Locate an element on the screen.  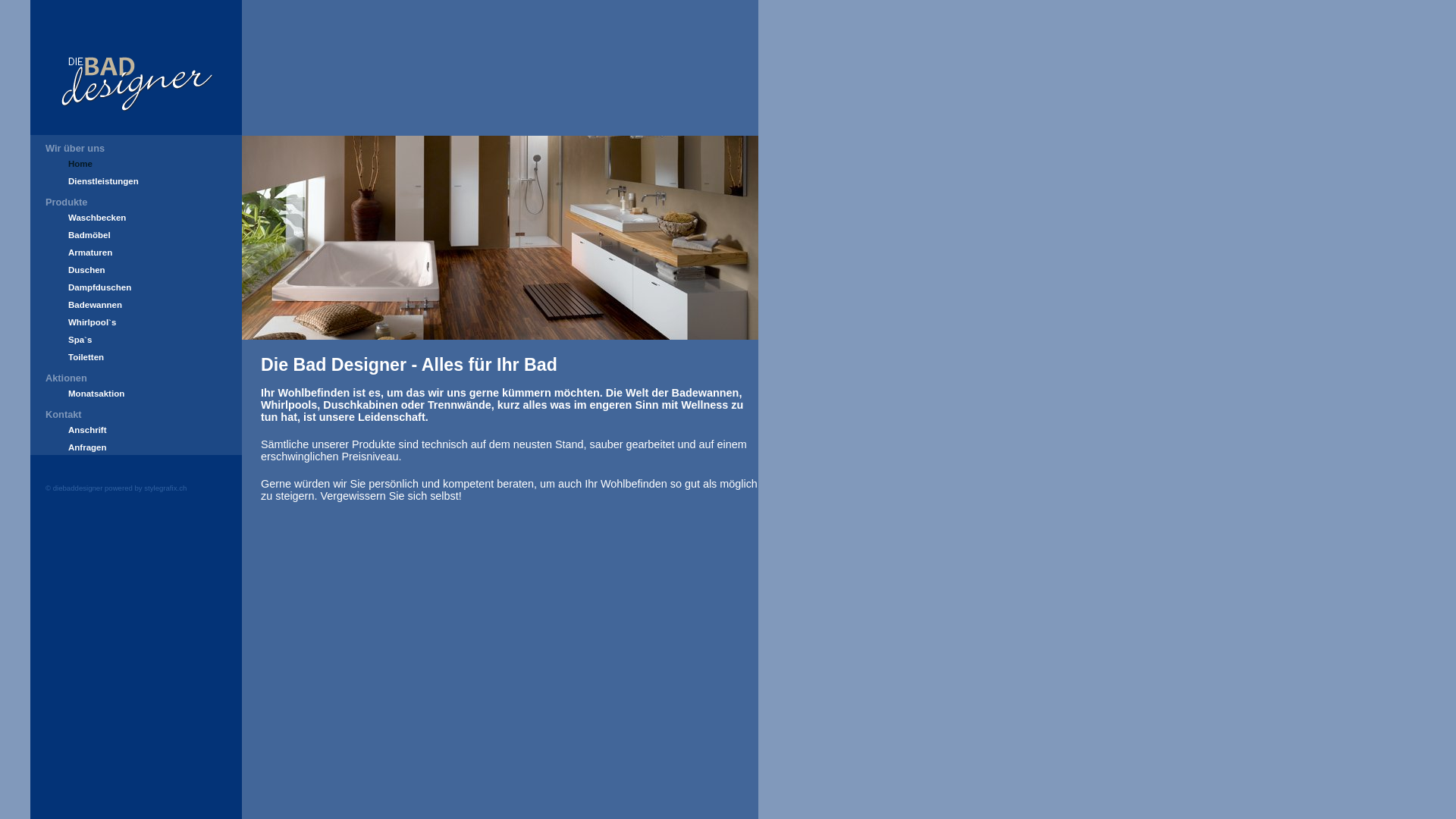
'Anfragen' is located at coordinates (86, 447).